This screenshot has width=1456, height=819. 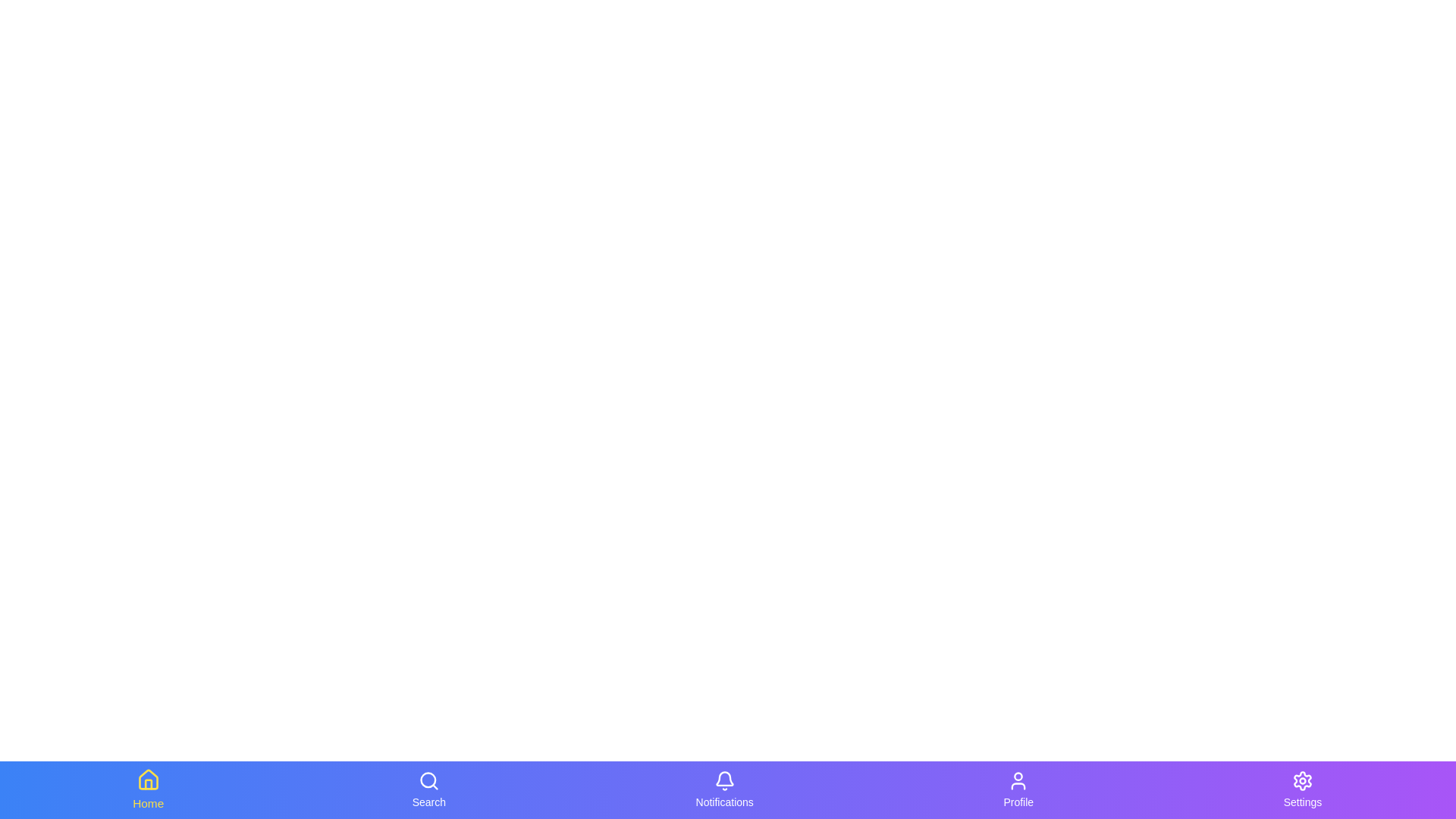 I want to click on the Notifications navigation tab, so click(x=723, y=789).